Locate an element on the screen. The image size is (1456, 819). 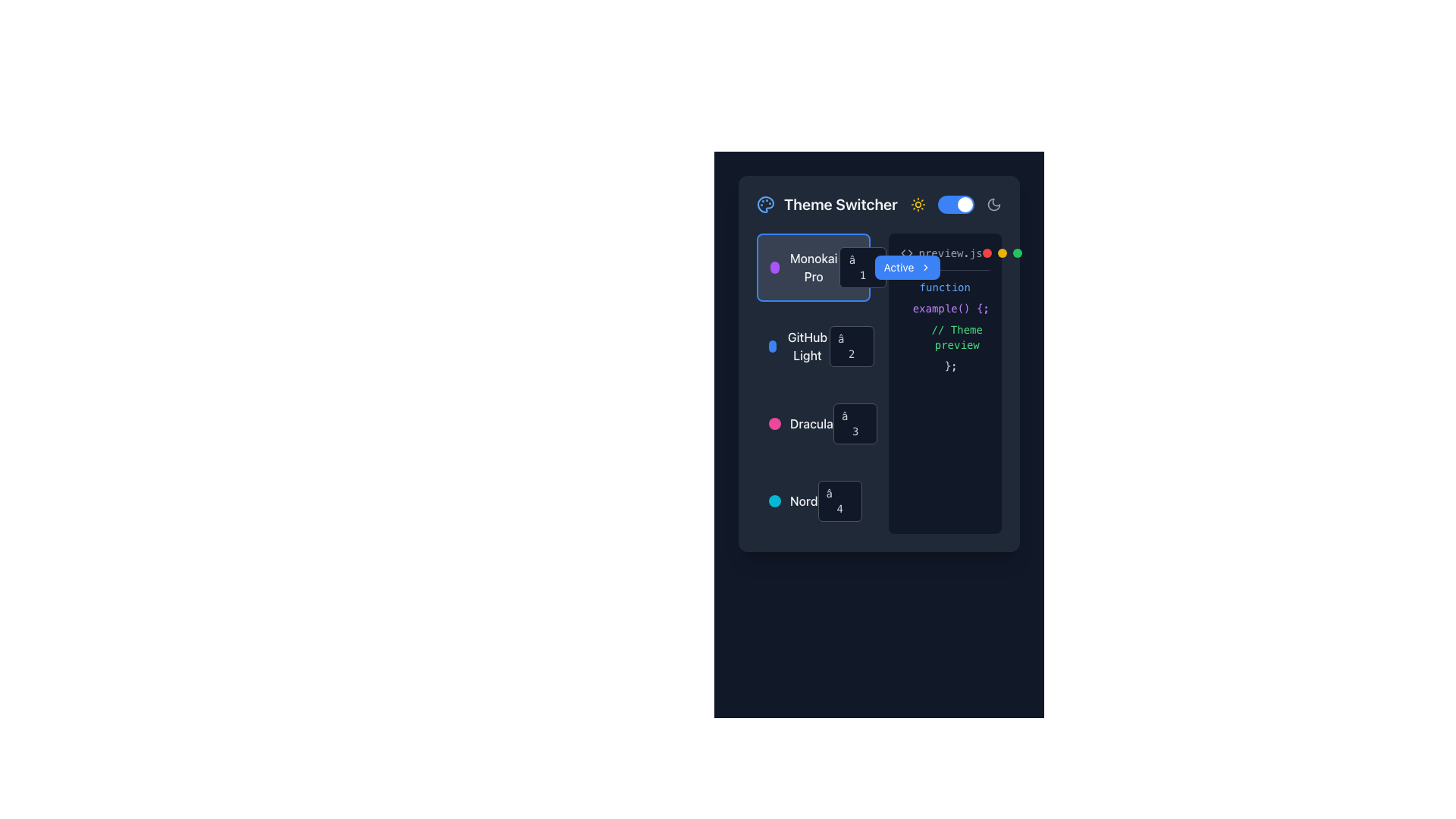
the right-facing chevron icon indicating navigation, located next to the text 'Active' at the center-right of the interface is located at coordinates (924, 267).